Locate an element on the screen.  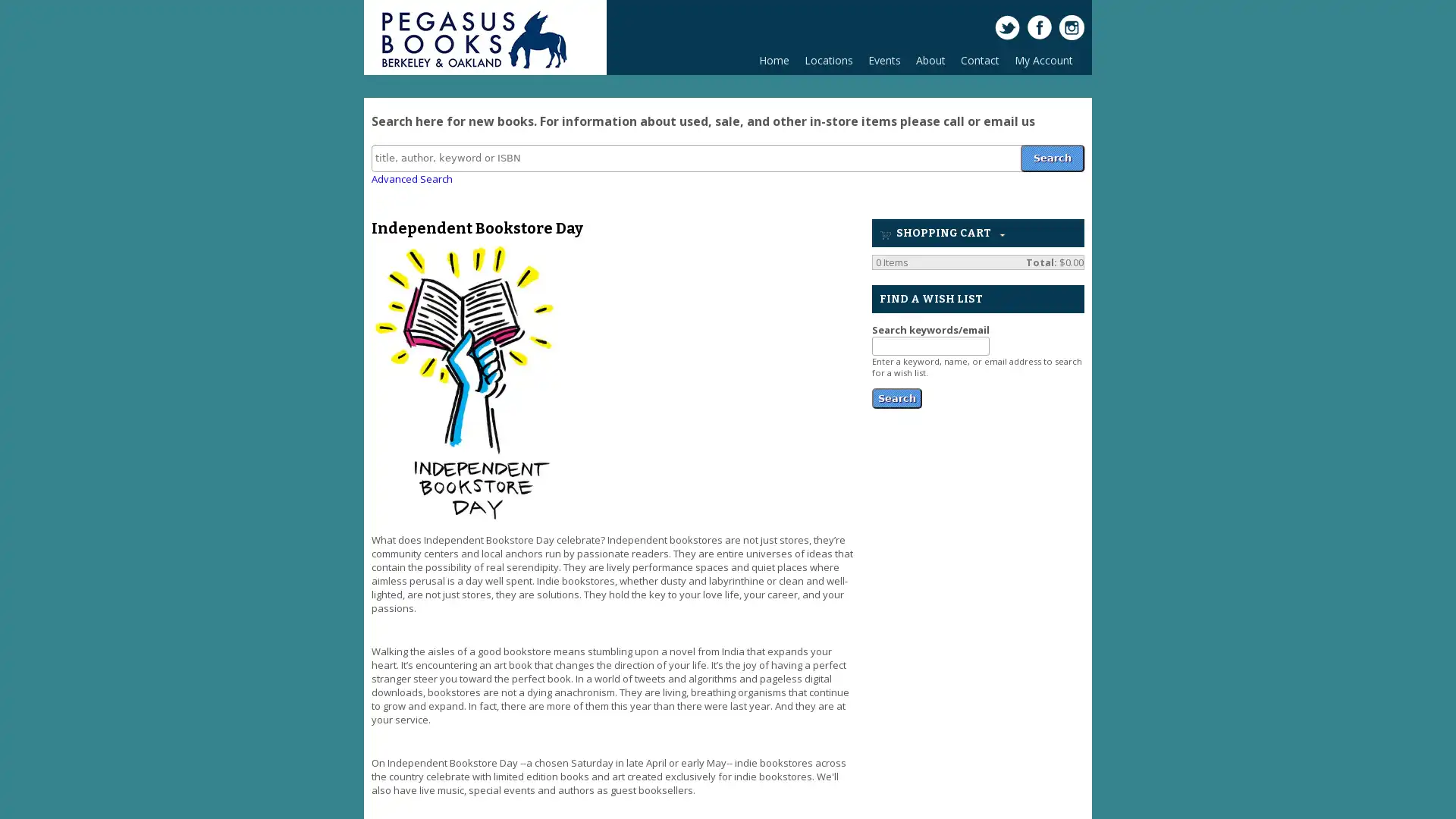
Search is located at coordinates (896, 396).